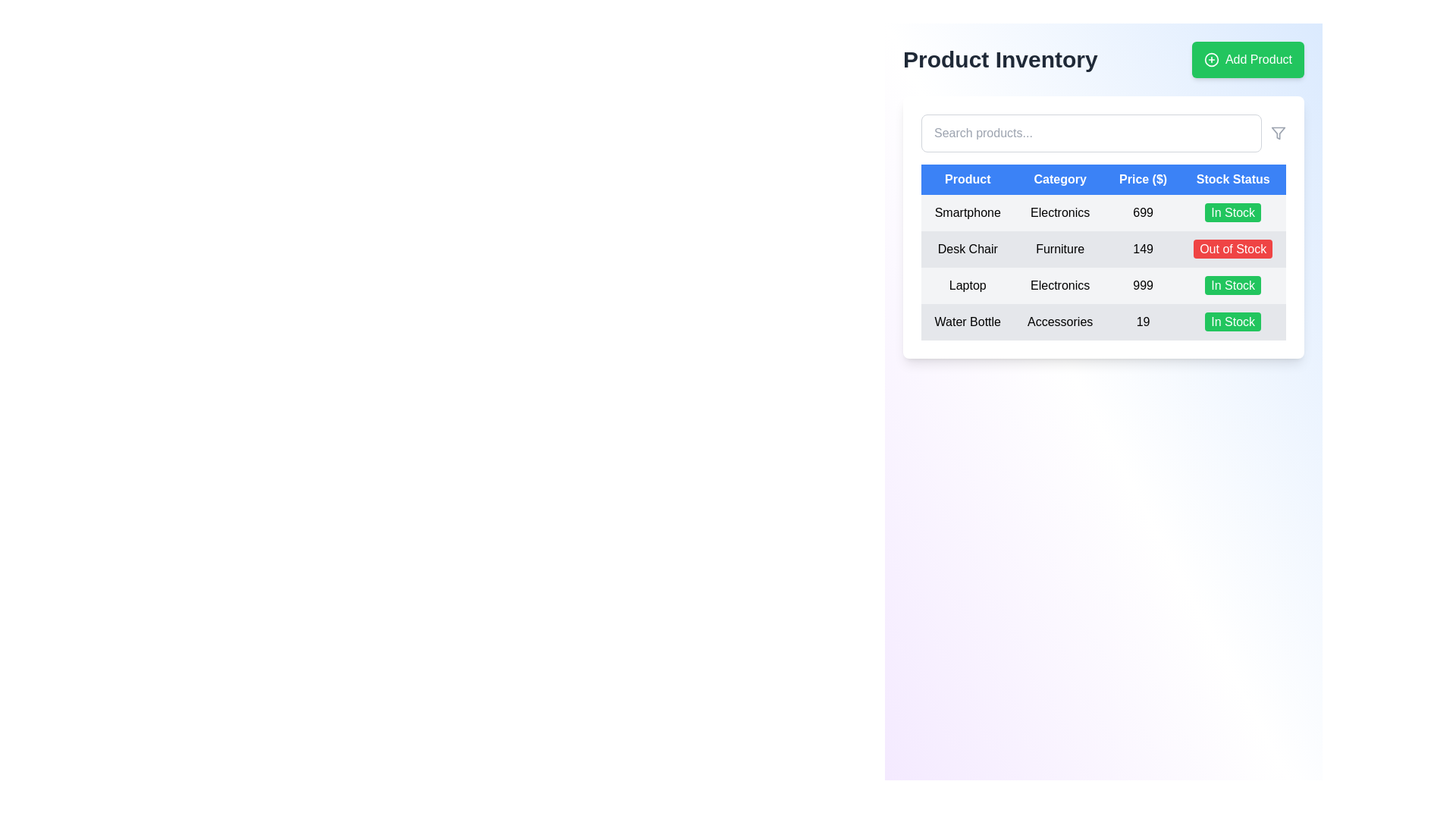 This screenshot has height=819, width=1456. I want to click on text from the Table Header Cell labeled 'Price ($)', which is the third header in the row of the product inventory table, so click(1143, 178).